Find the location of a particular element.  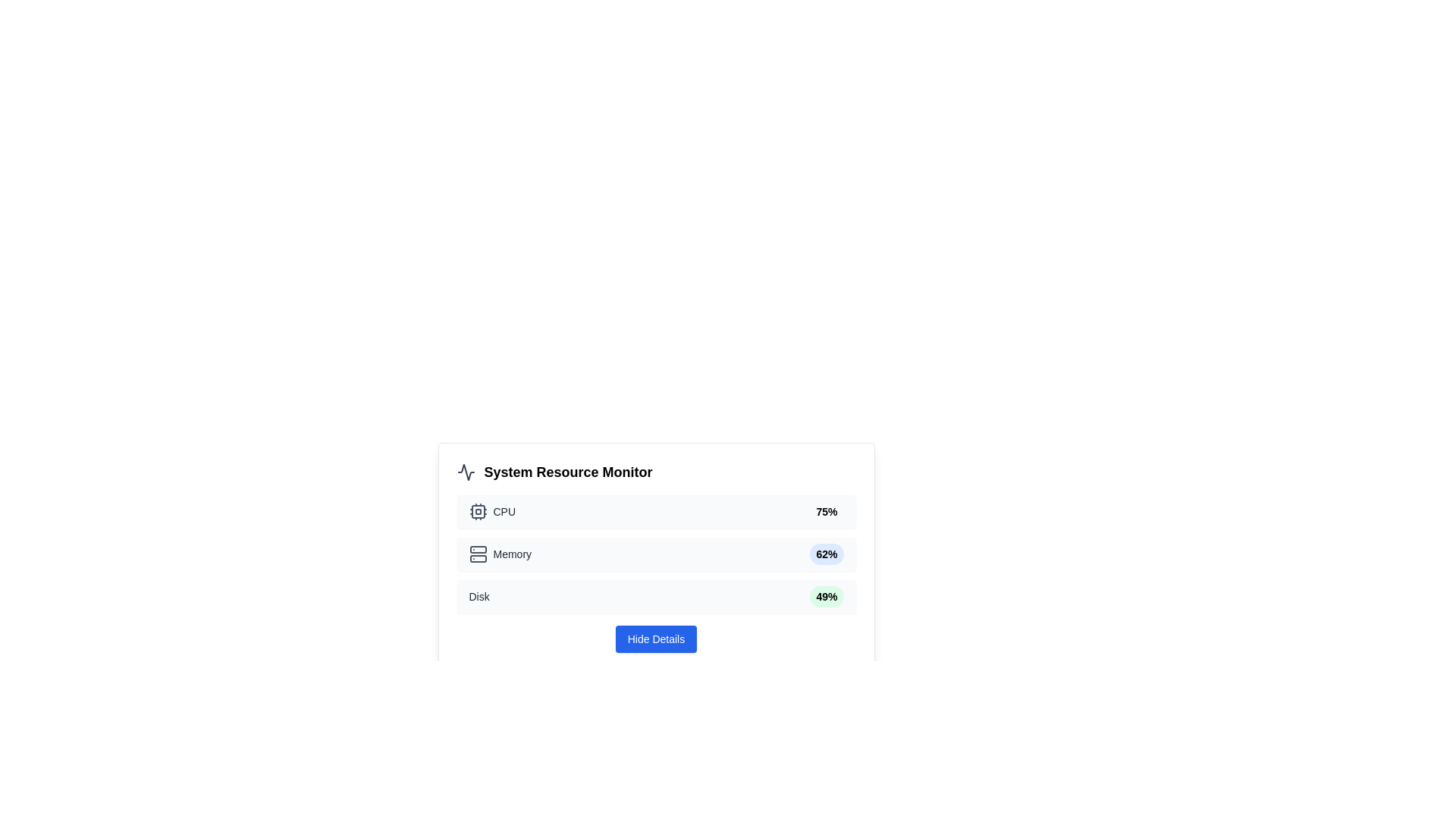

the 'CPU' text label, which is styled with a medium-sized, gray font and located in the 'System Resource Monitor' panel next to the CPU icon and above the 75% percentage indicator is located at coordinates (504, 512).